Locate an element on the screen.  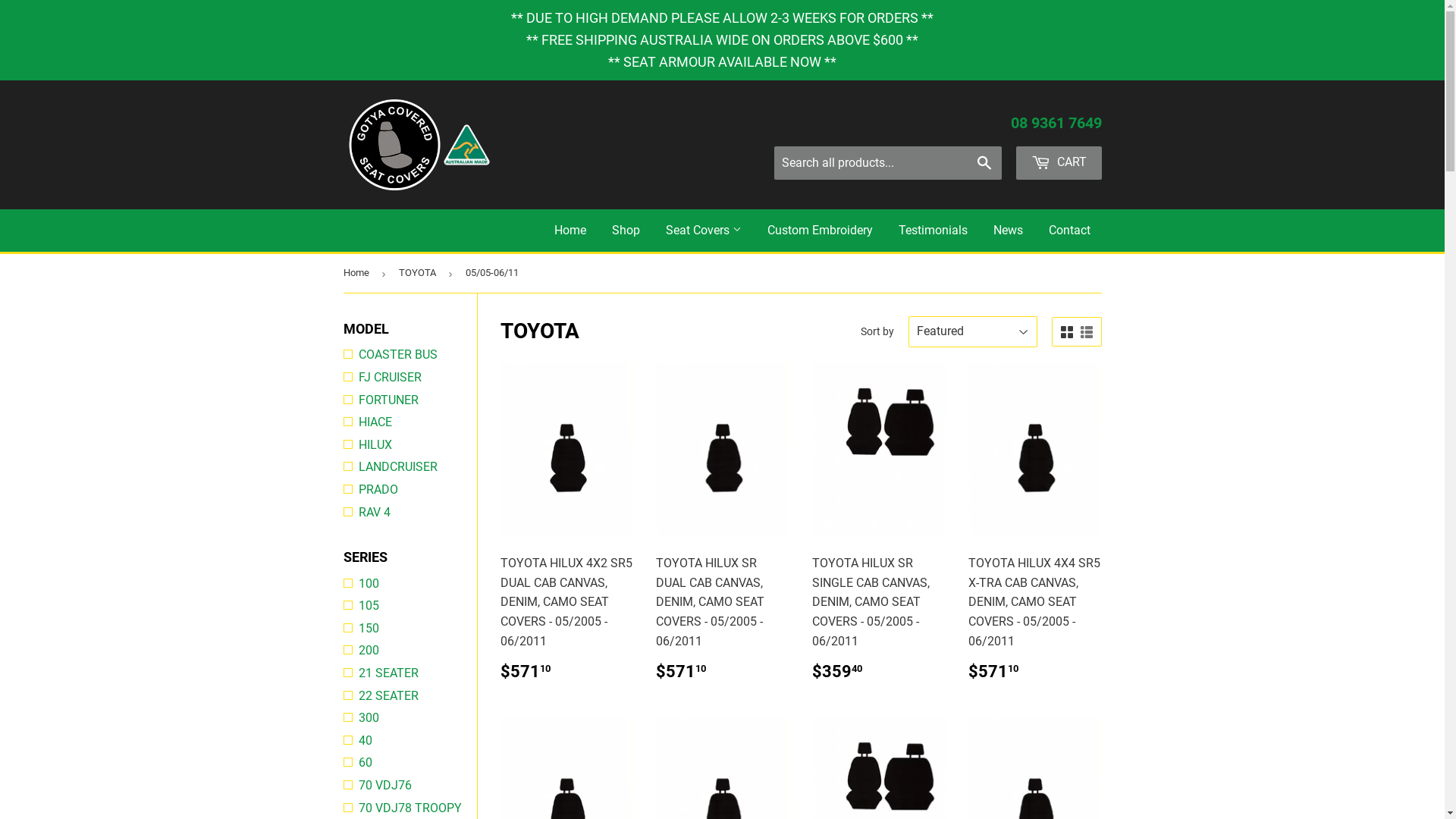
'21 SEATER' is located at coordinates (409, 672).